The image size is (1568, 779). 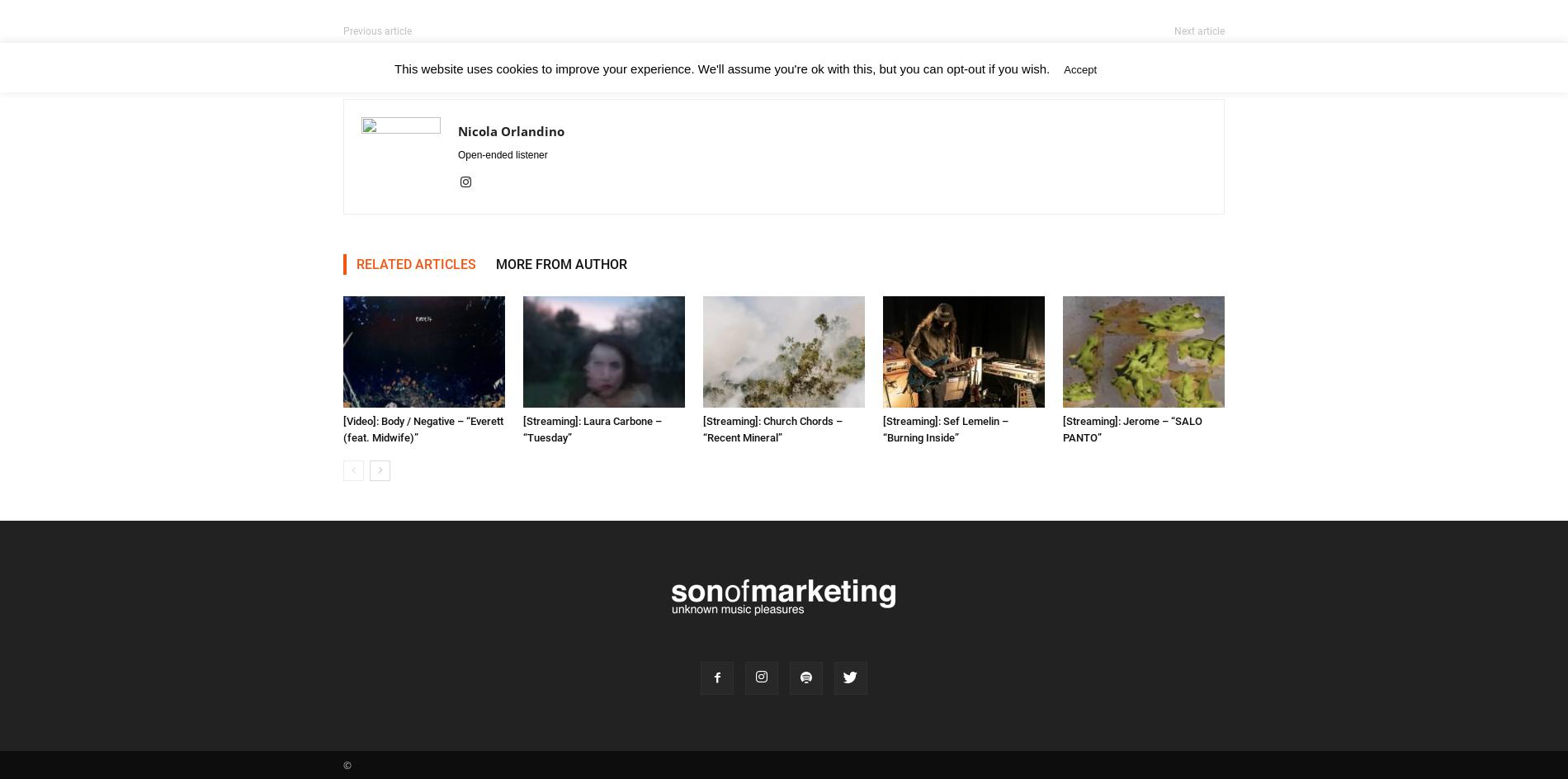 I want to click on '[Streaming]: Church Chords – “Recent Mineral”', so click(x=701, y=429).